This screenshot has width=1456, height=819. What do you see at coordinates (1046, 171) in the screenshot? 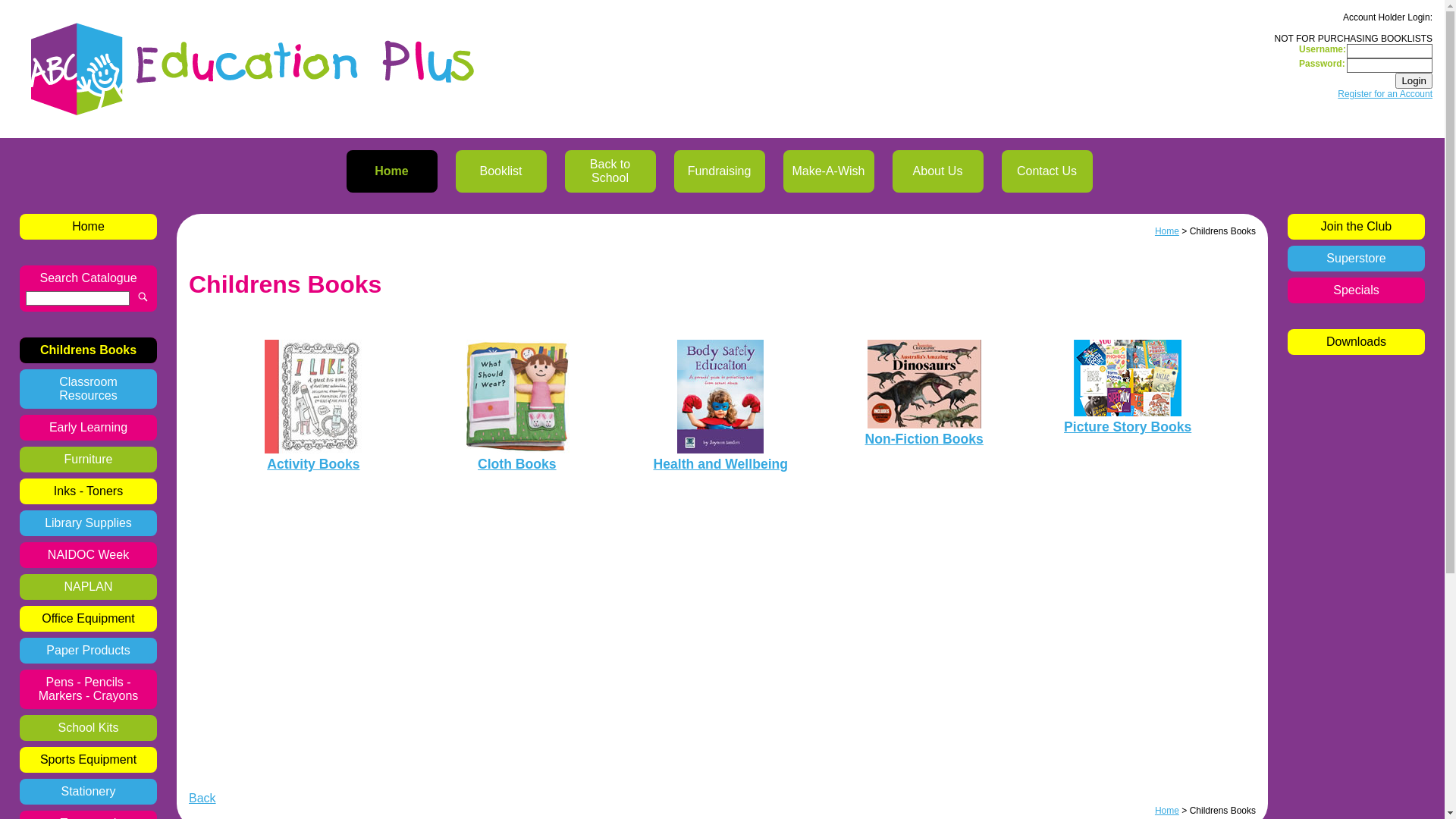
I see `'Contact Us'` at bounding box center [1046, 171].